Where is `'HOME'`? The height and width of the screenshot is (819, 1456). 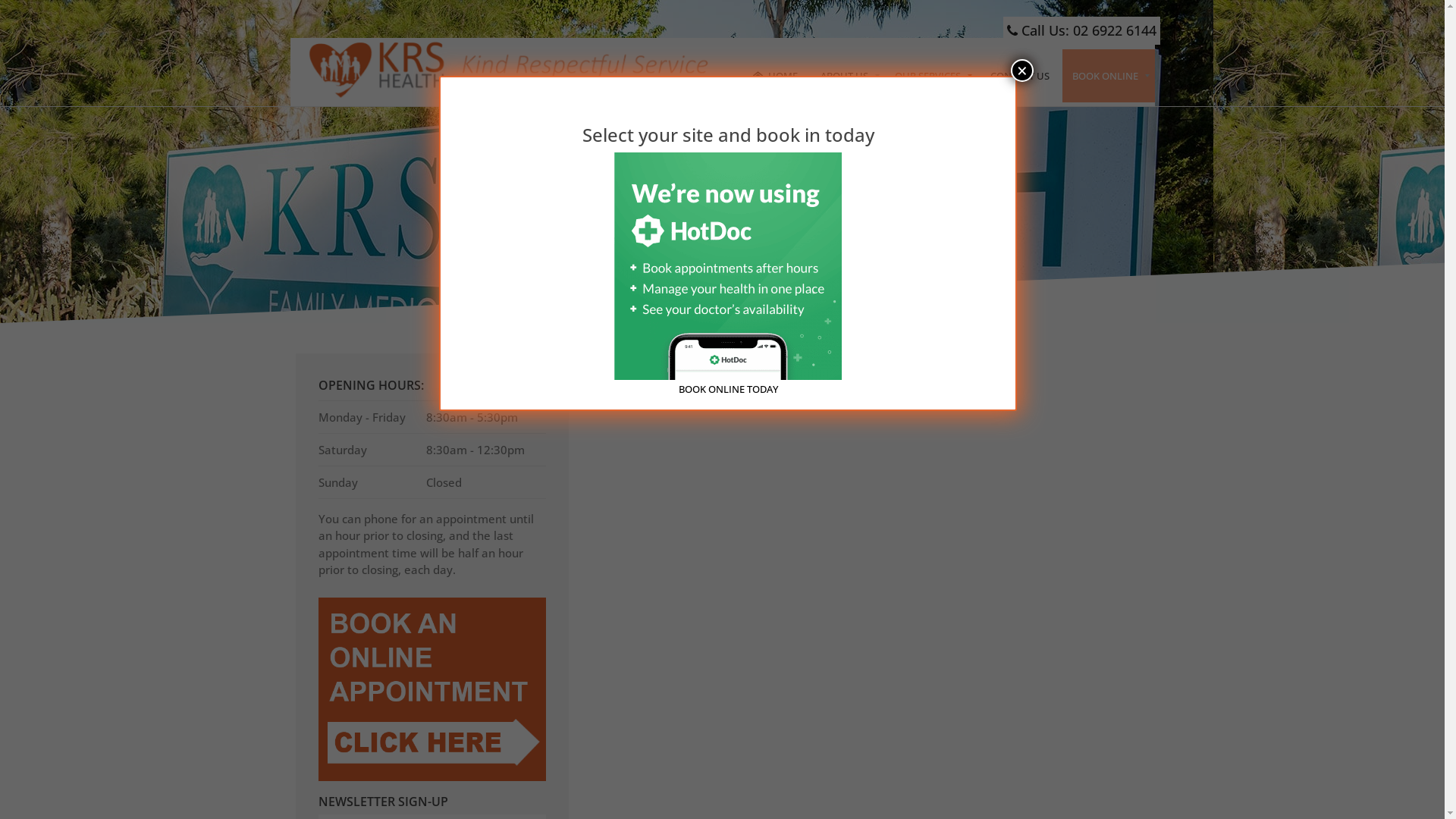 'HOME' is located at coordinates (775, 76).